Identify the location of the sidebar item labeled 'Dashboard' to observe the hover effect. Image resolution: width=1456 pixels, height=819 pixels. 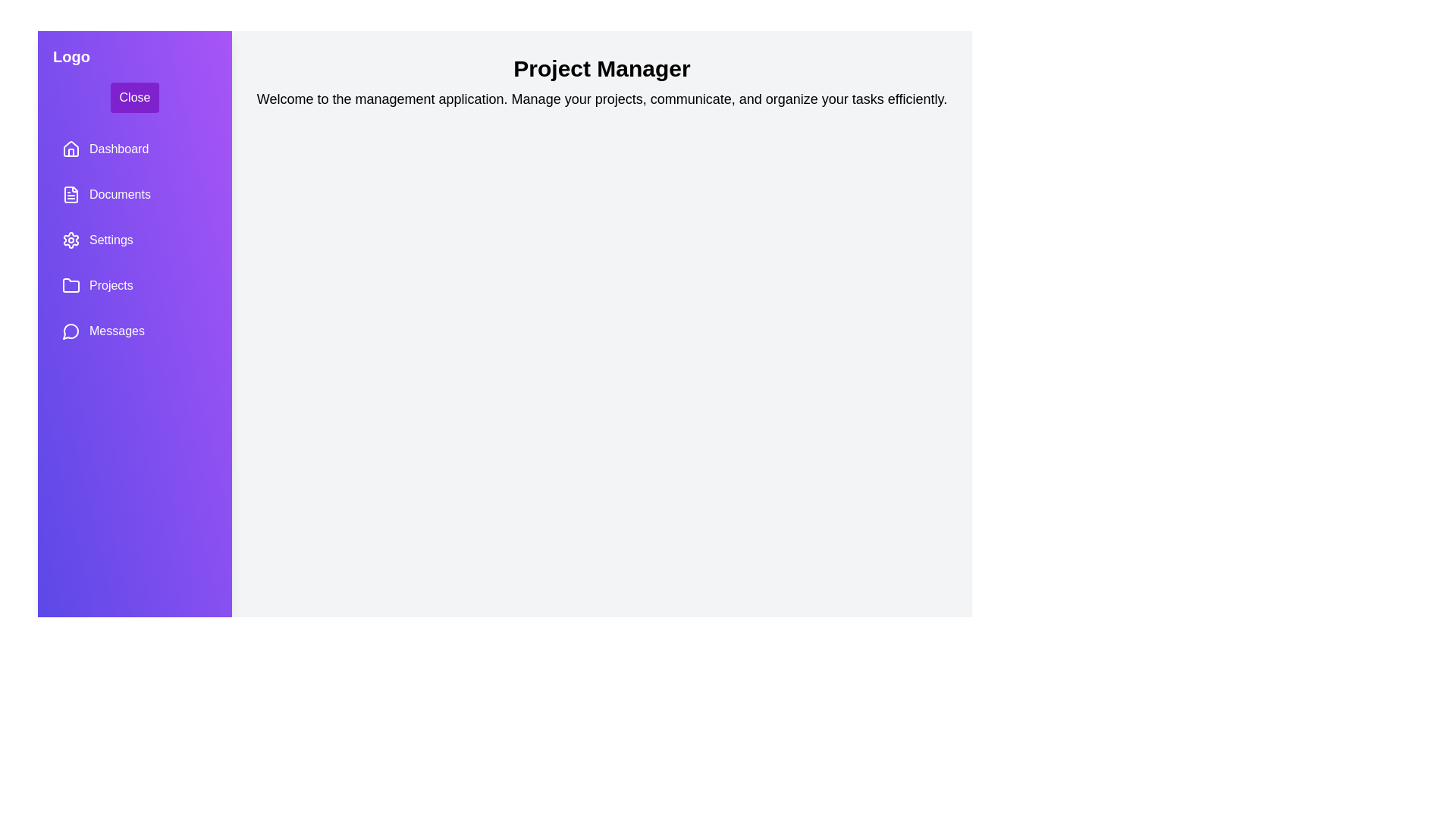
(134, 149).